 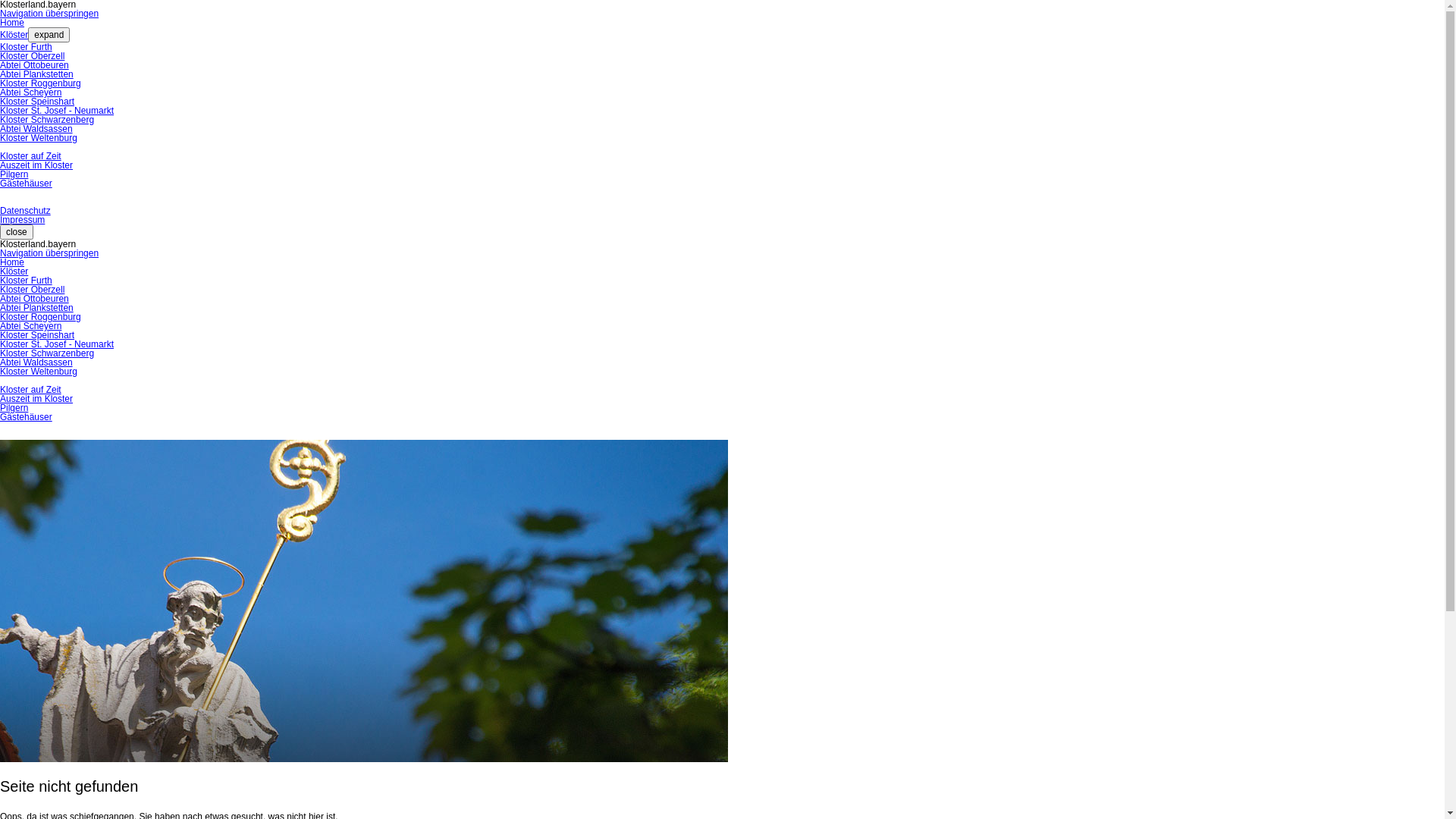 I want to click on 'Auszeit im Kloster', so click(x=36, y=165).